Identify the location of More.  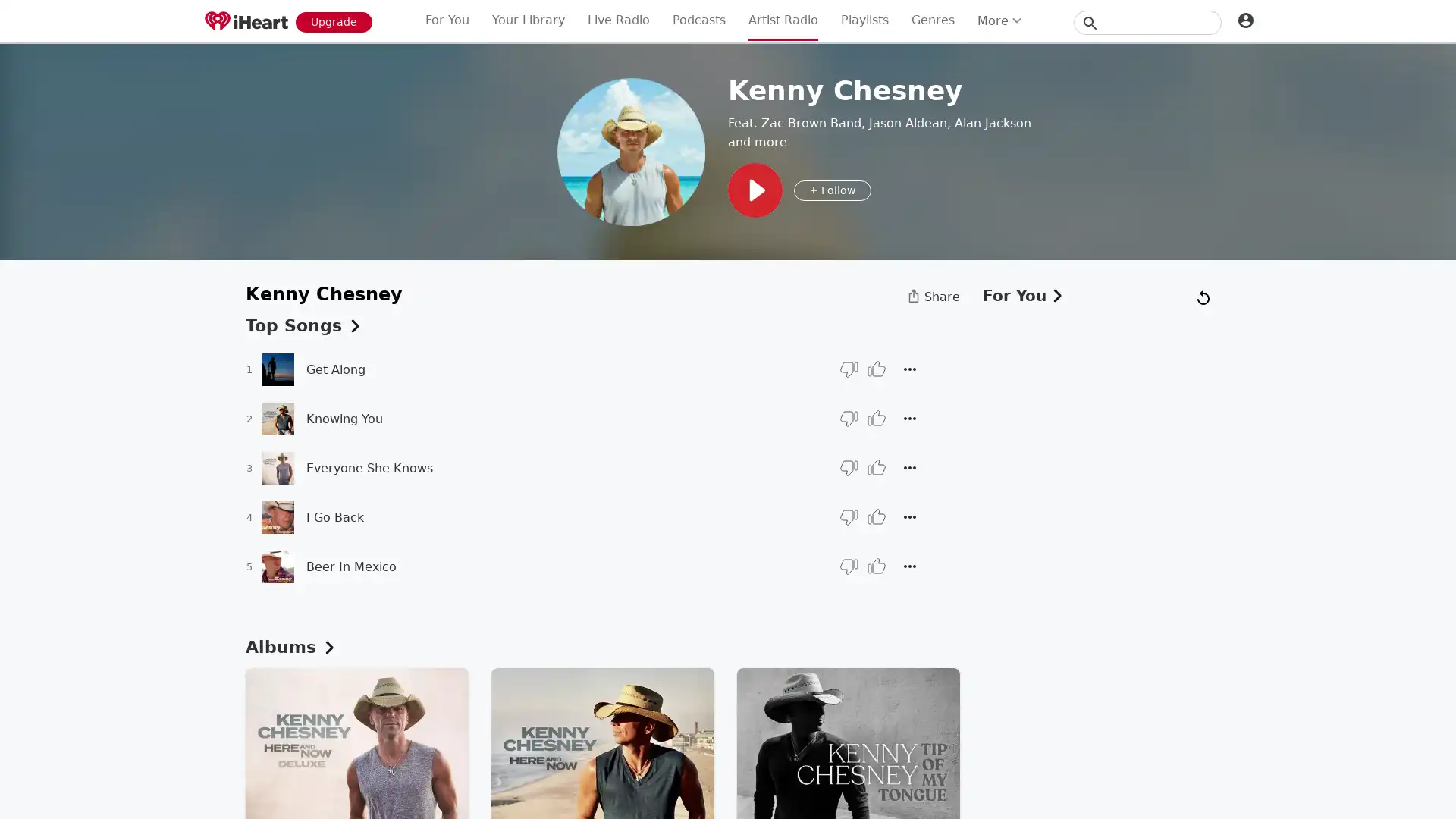
(909, 516).